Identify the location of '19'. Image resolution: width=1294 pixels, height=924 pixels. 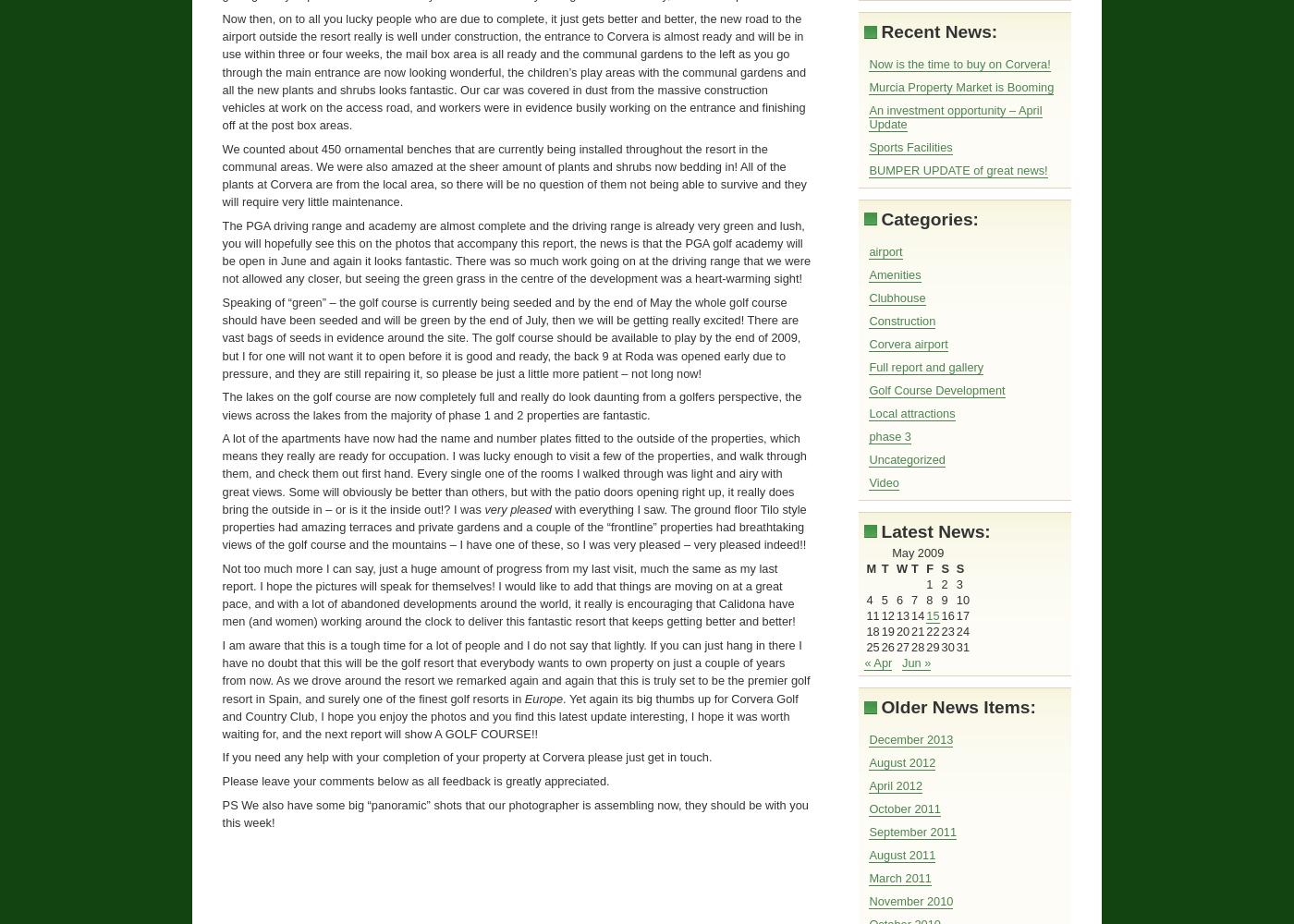
(886, 631).